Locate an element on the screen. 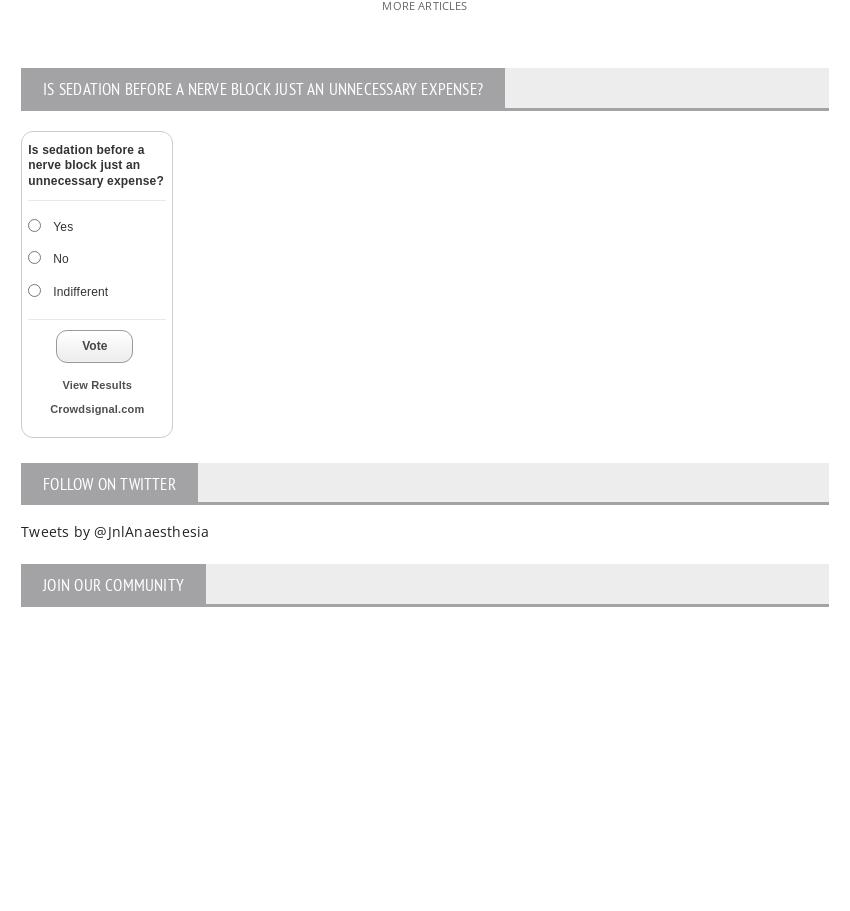  'FOLLOW ON TWITTER' is located at coordinates (42, 482).